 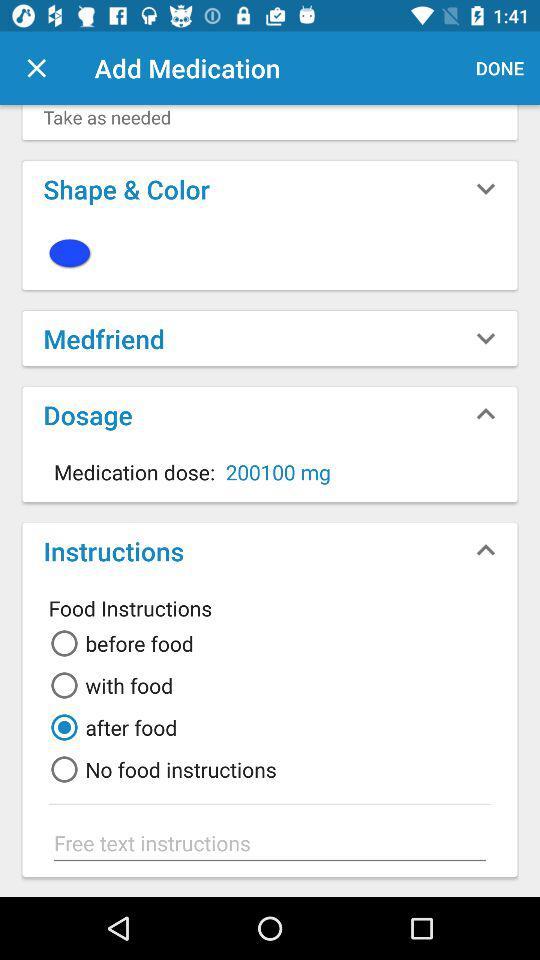 I want to click on the icon below before food item, so click(x=108, y=685).